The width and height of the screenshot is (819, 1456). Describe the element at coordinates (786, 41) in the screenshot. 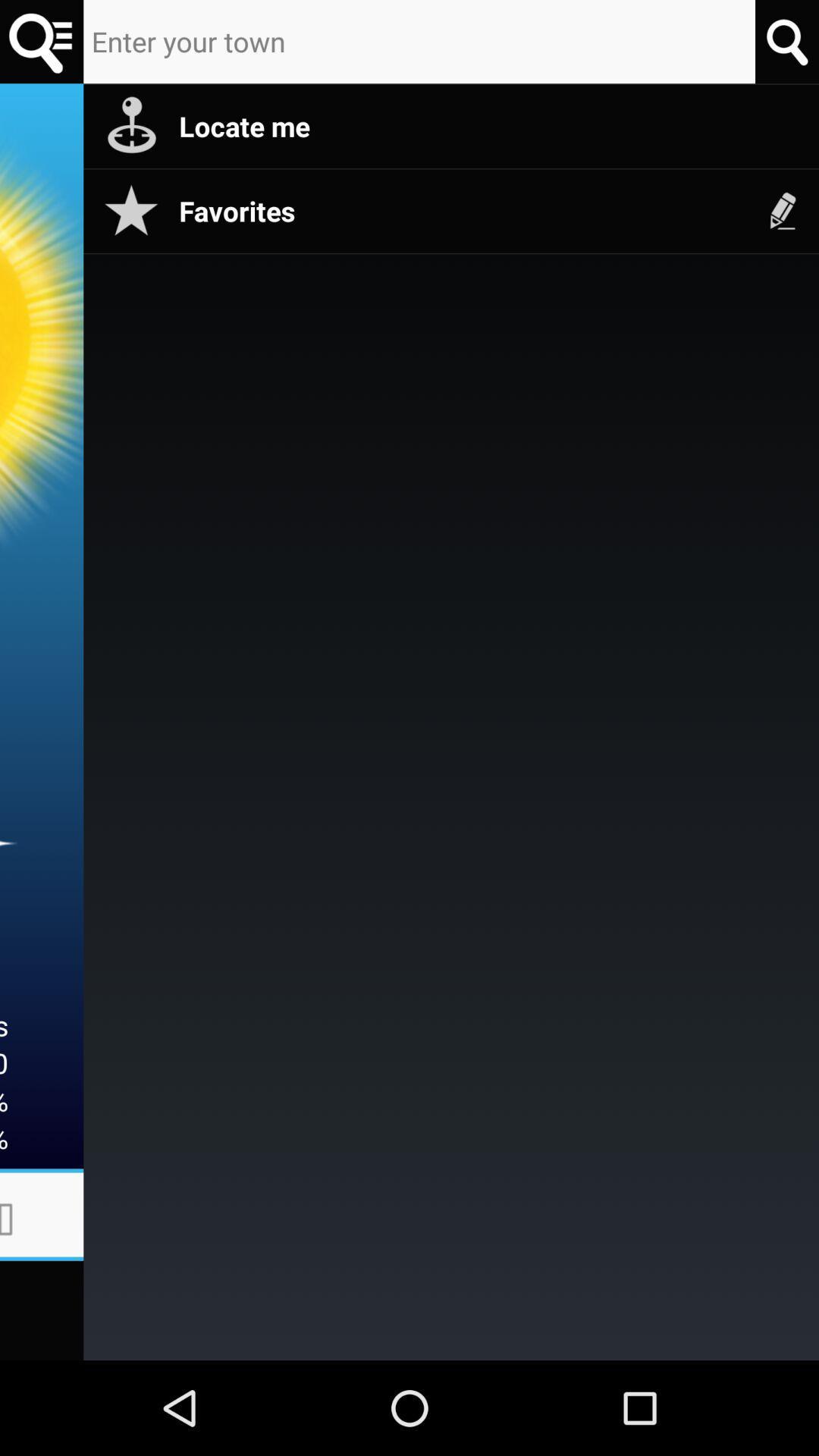

I see `search for location` at that location.